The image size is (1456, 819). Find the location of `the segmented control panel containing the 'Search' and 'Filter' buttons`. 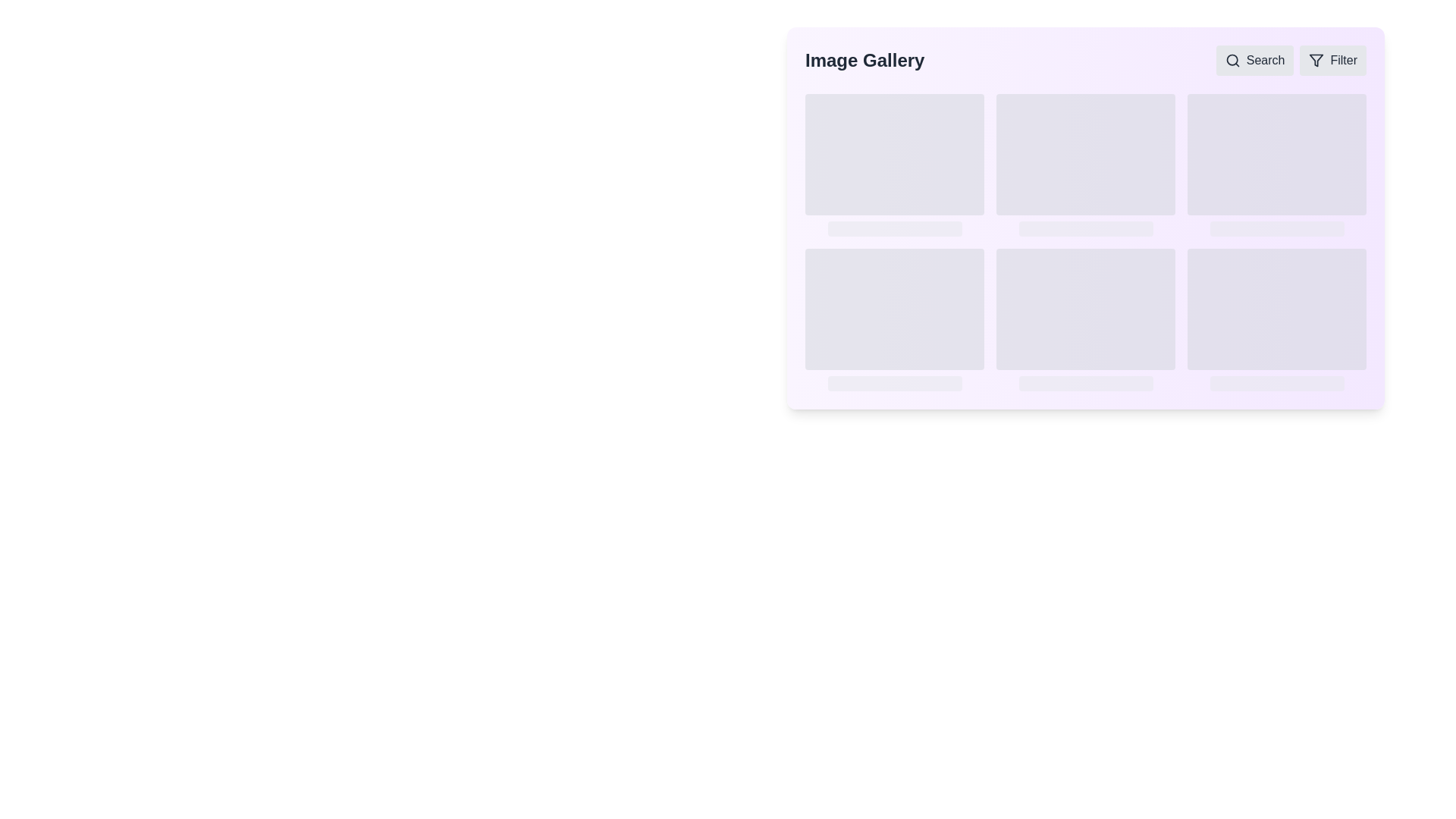

the segmented control panel containing the 'Search' and 'Filter' buttons is located at coordinates (1290, 60).